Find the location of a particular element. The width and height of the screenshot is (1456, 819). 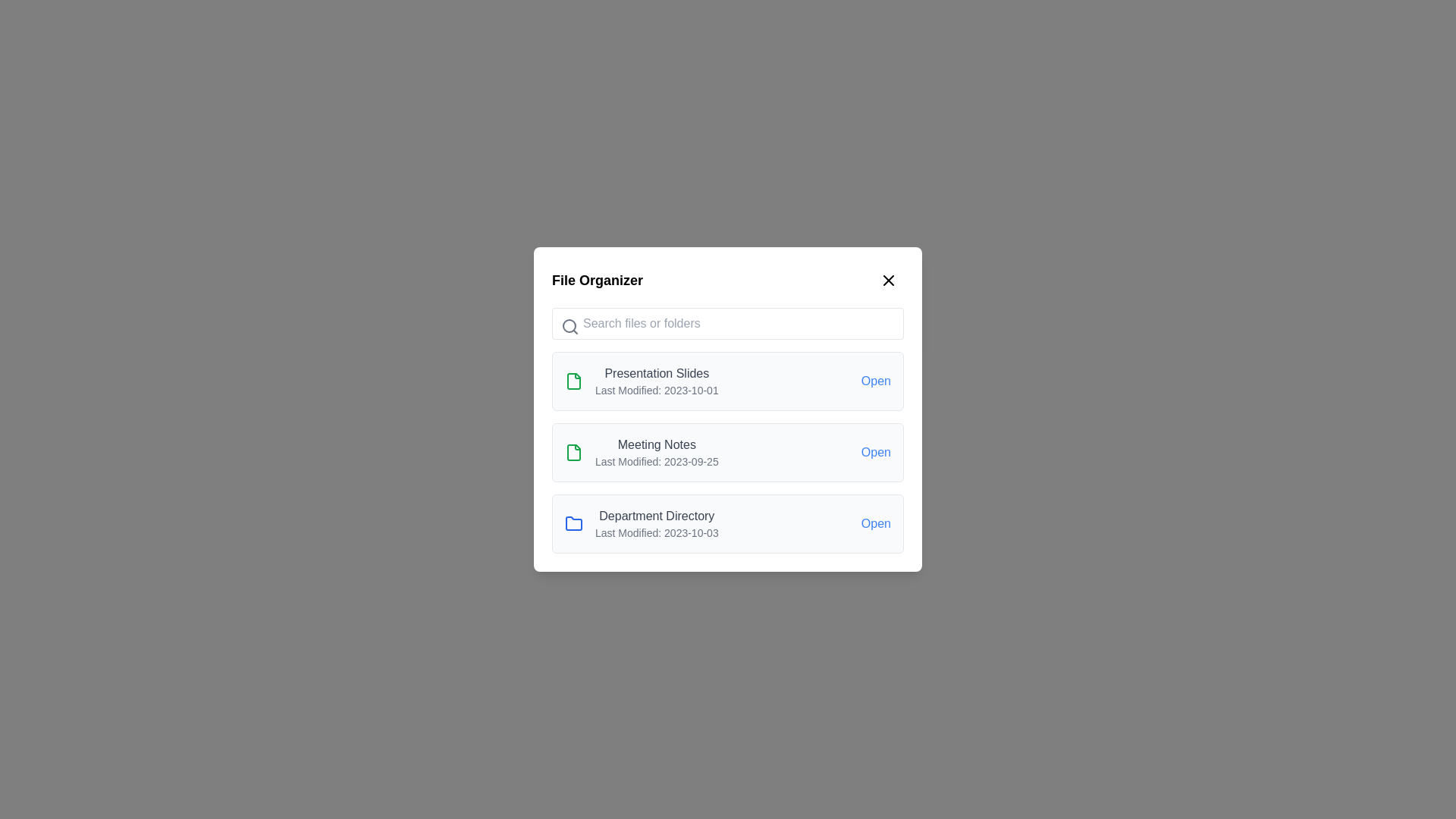

the 'Open' button for Department Directory is located at coordinates (876, 522).